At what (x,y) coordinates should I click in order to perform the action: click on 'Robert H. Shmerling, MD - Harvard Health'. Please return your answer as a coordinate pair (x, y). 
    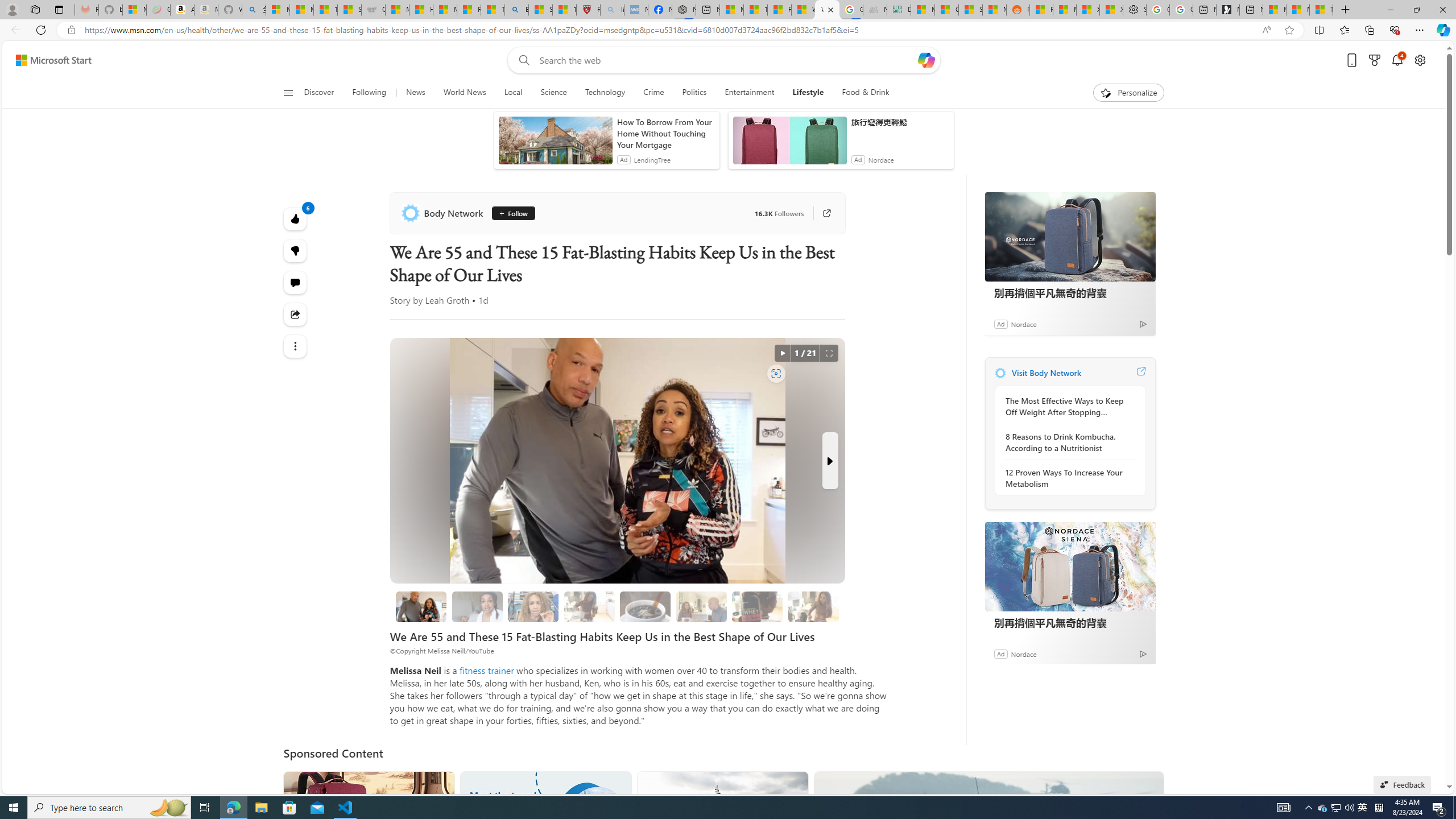
    Looking at the image, I should click on (589, 9).